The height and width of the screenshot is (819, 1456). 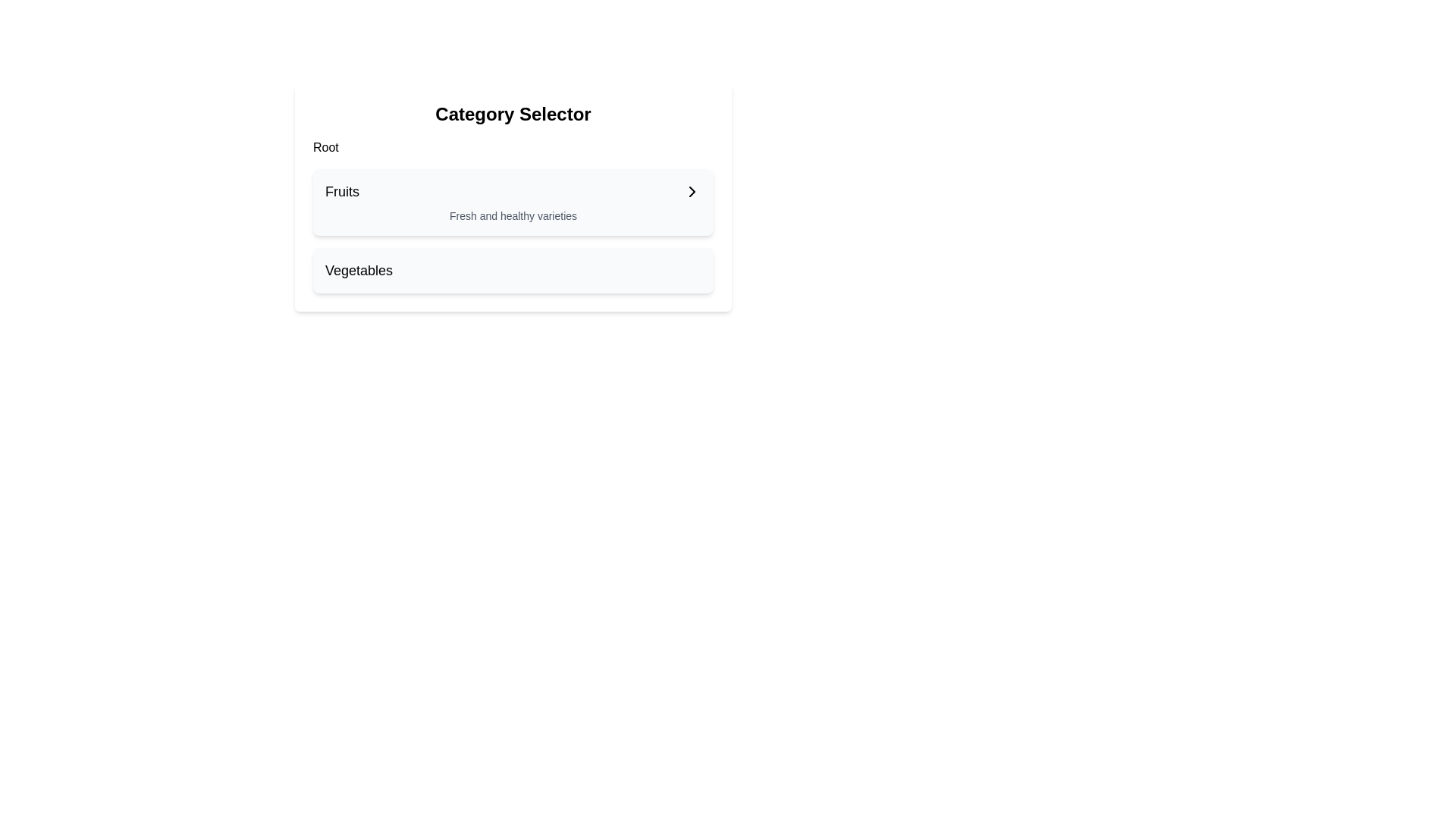 What do you see at coordinates (325, 148) in the screenshot?
I see `the static text label displaying 'Root', located near the top-left corner of the 'Category Selector' section` at bounding box center [325, 148].